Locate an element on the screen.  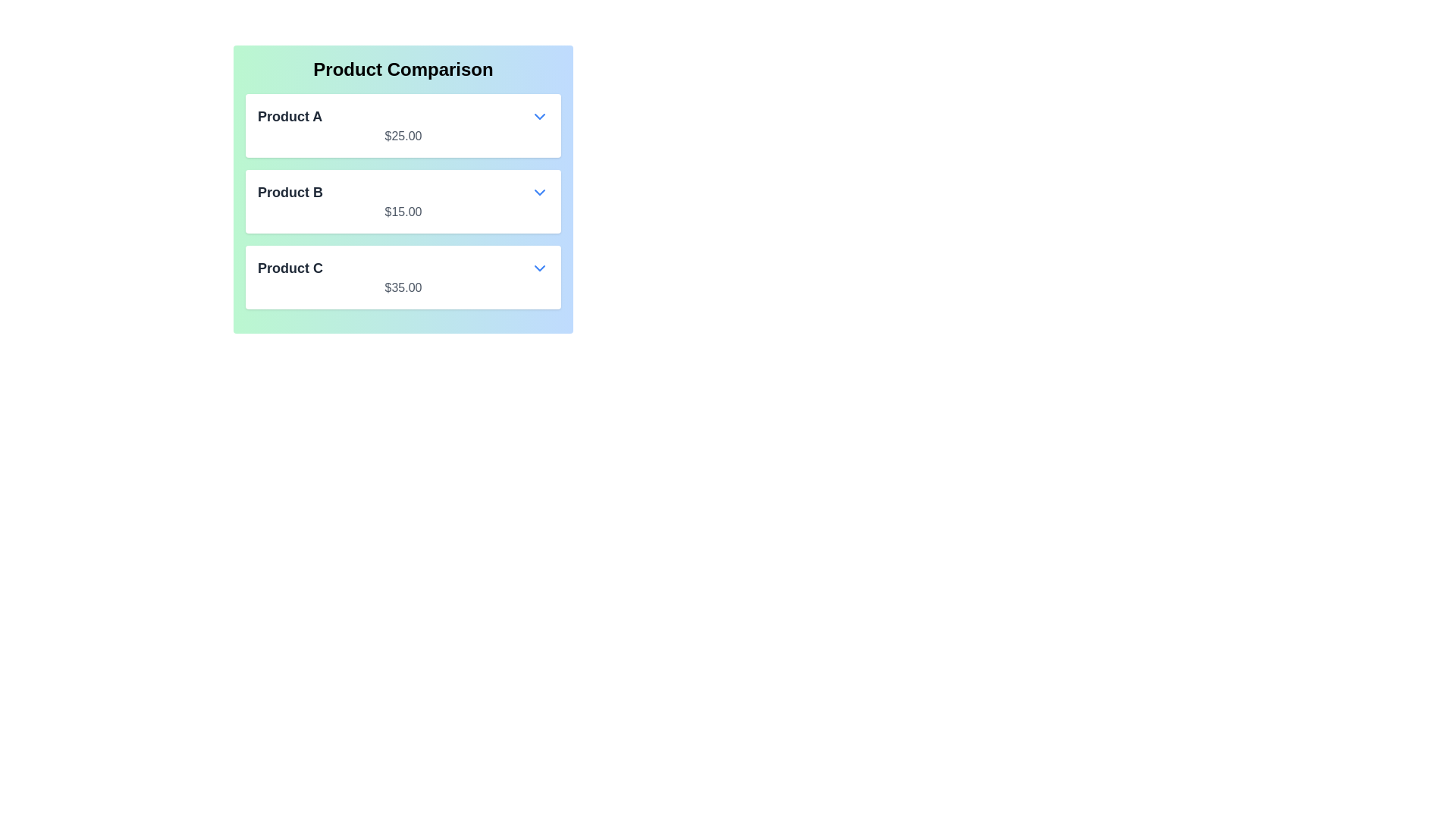
the bold text label that reads 'Product B' in the second row of the comparison table is located at coordinates (290, 192).